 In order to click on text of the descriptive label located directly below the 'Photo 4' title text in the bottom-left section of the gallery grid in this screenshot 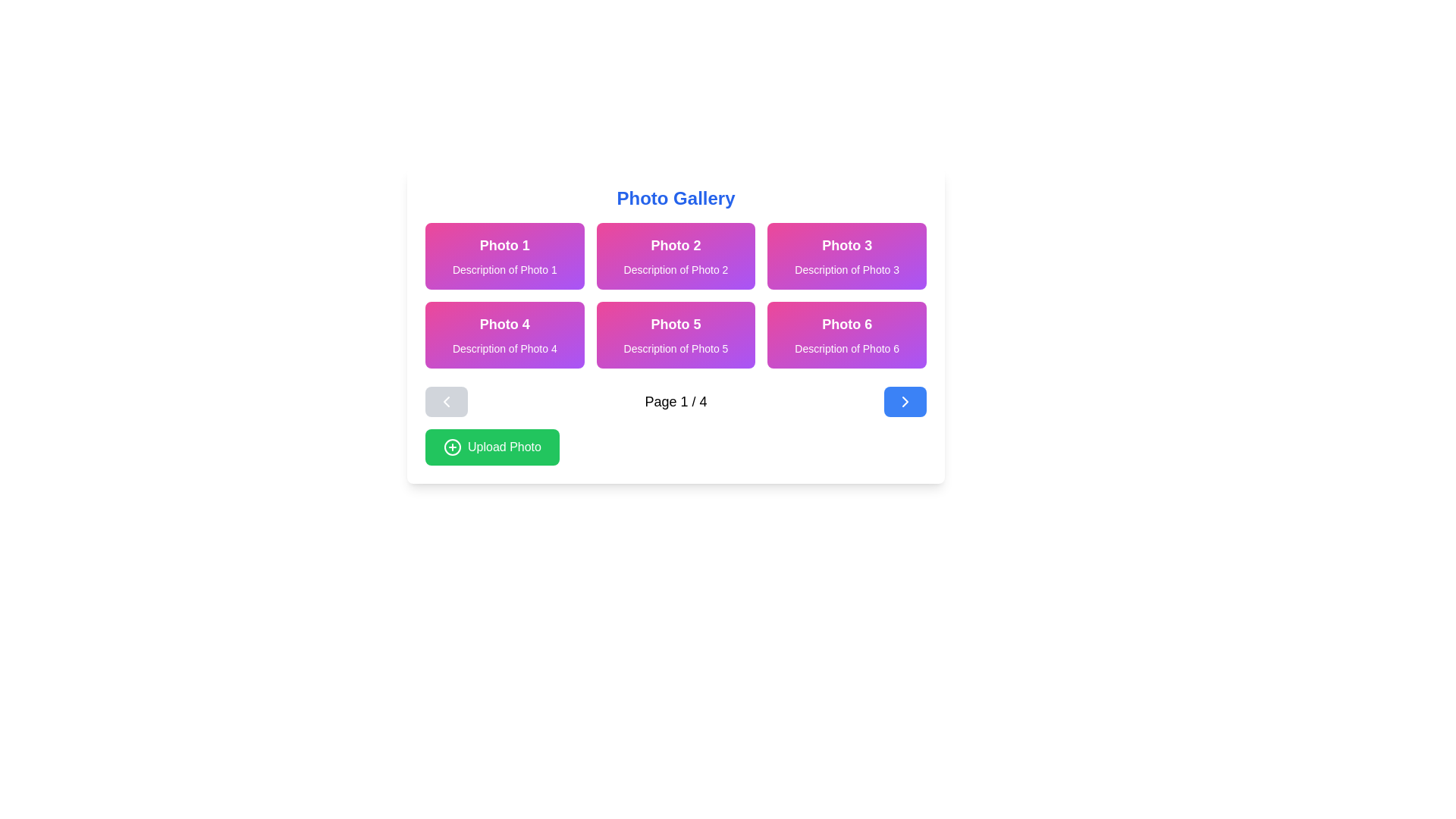, I will do `click(504, 348)`.